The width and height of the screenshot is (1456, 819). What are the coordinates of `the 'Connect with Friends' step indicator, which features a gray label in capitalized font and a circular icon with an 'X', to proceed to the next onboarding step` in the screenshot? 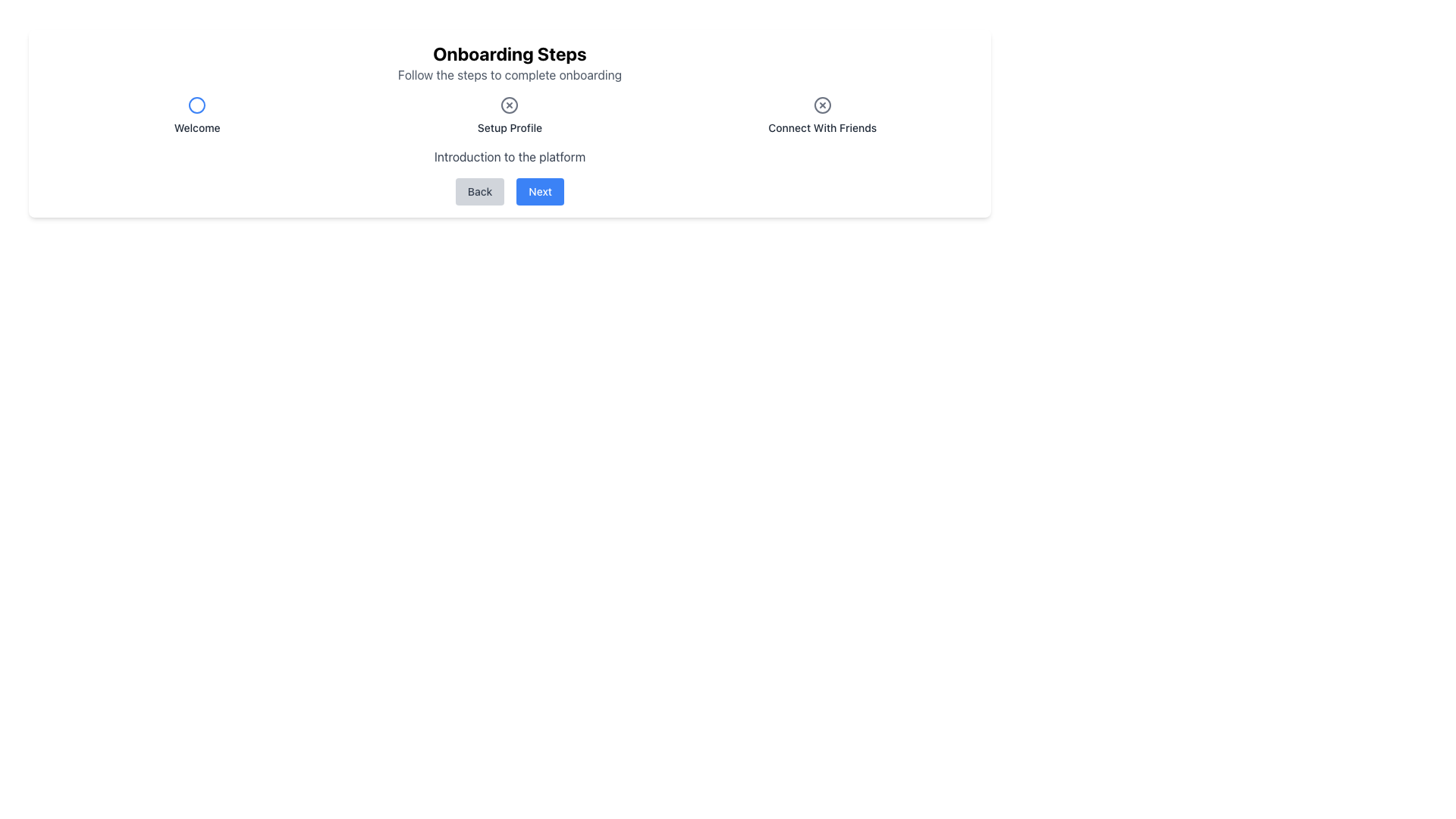 It's located at (821, 115).